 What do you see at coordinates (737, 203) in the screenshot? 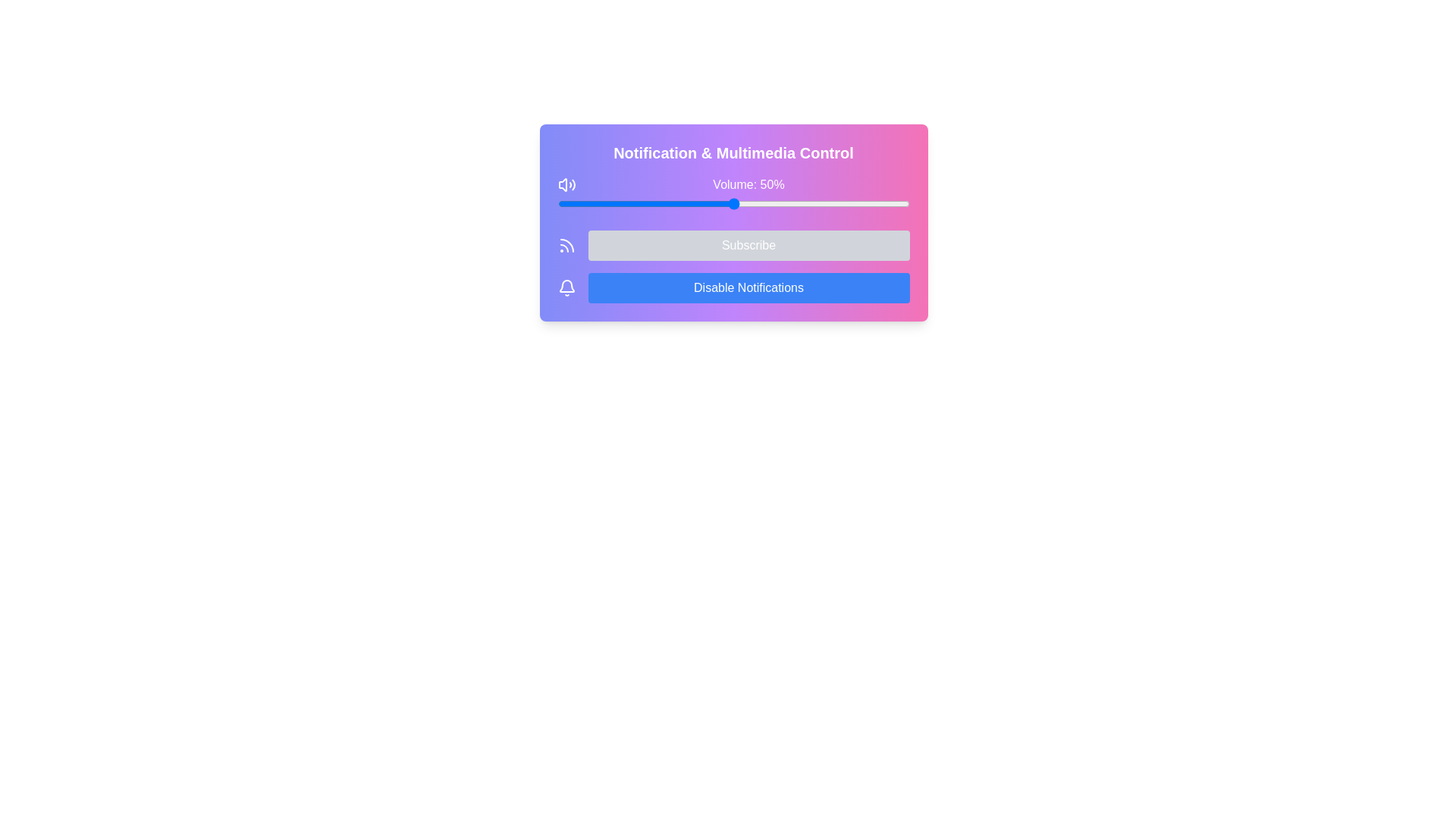
I see `the volume slider` at bounding box center [737, 203].